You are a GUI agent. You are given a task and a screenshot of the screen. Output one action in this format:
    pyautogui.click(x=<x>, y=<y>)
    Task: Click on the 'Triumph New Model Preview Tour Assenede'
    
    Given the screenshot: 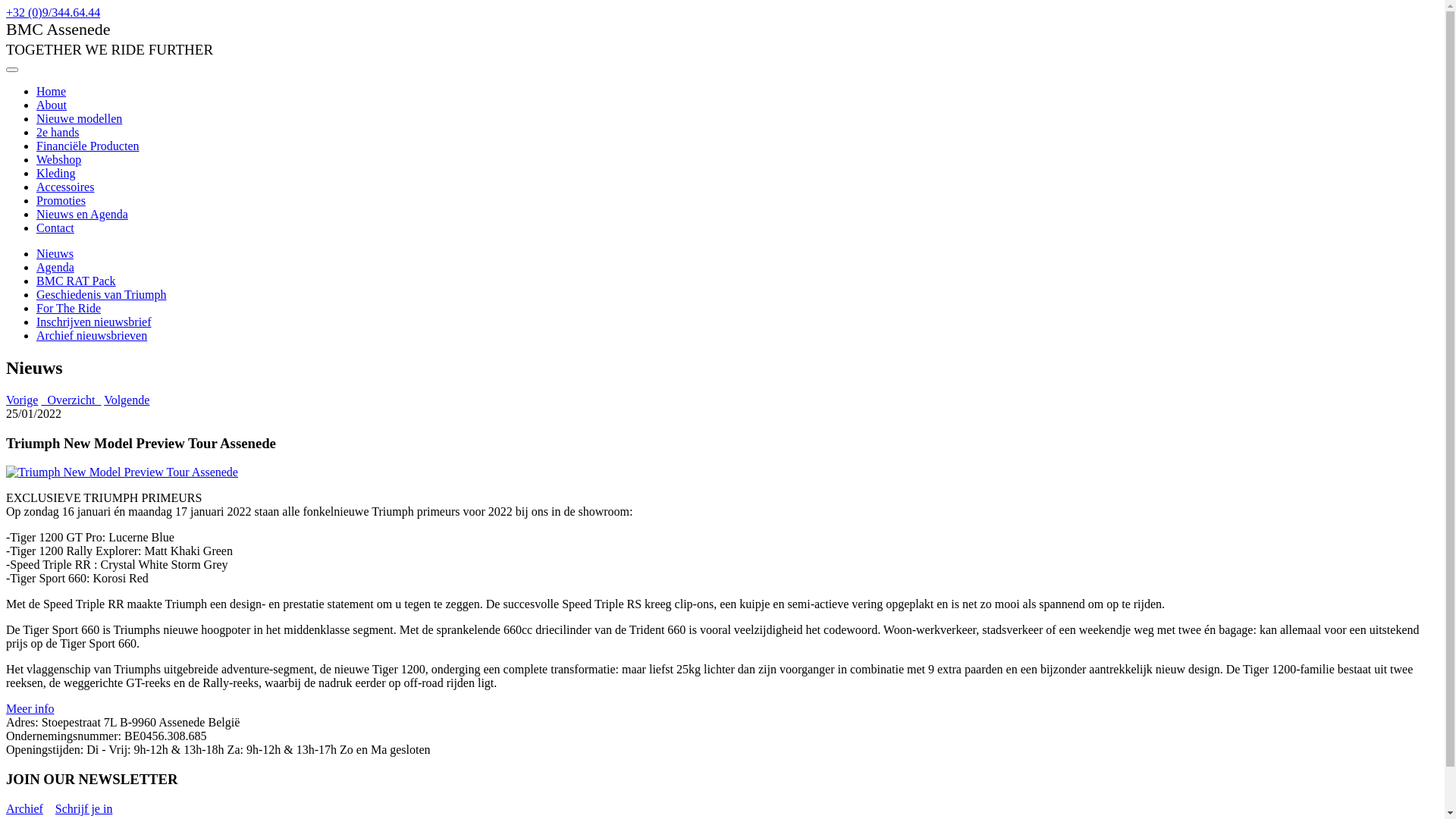 What is the action you would take?
    pyautogui.click(x=122, y=472)
    